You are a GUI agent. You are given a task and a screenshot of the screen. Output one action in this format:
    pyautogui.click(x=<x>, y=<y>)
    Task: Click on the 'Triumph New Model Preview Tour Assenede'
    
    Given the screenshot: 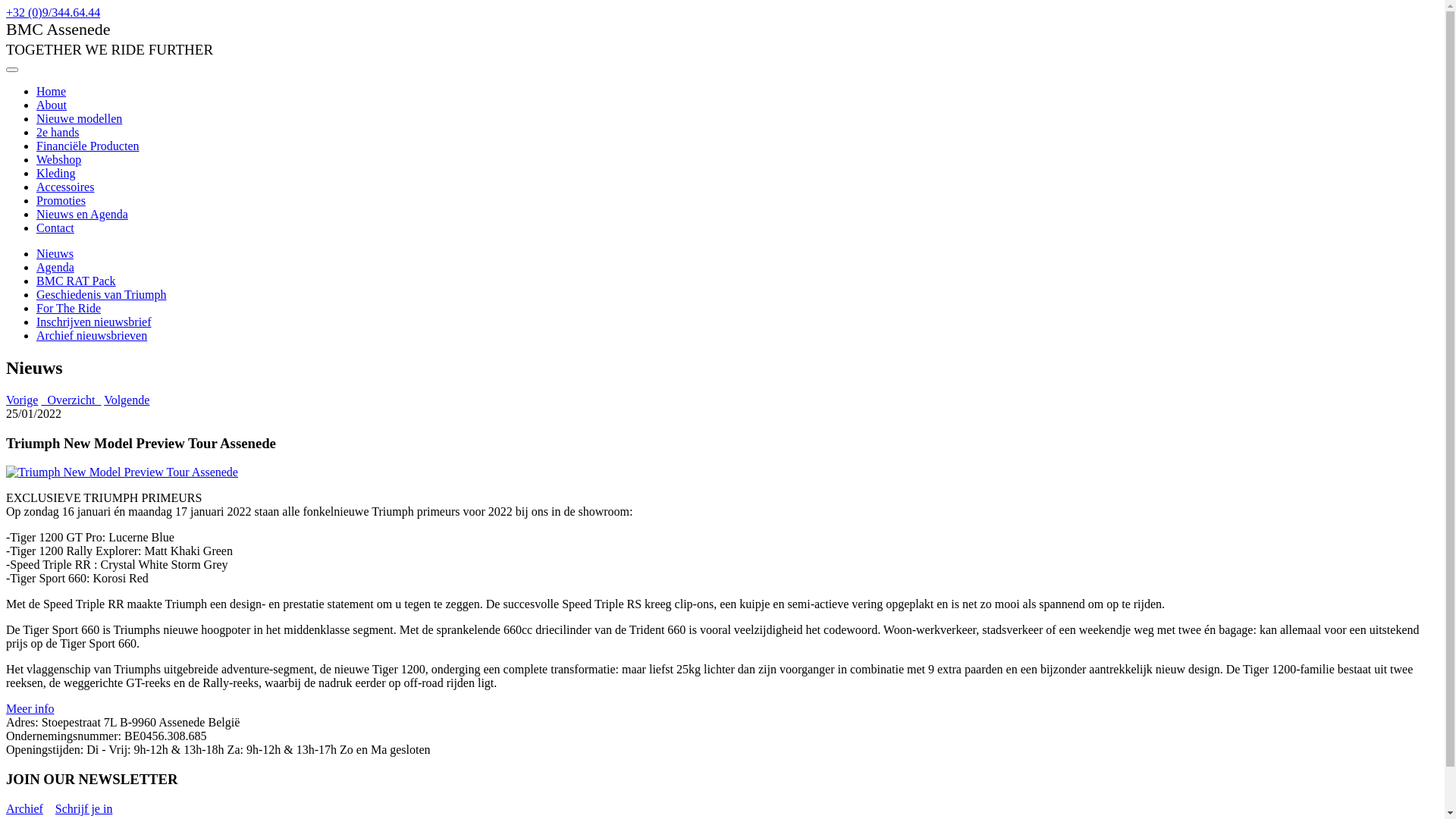 What is the action you would take?
    pyautogui.click(x=122, y=472)
    